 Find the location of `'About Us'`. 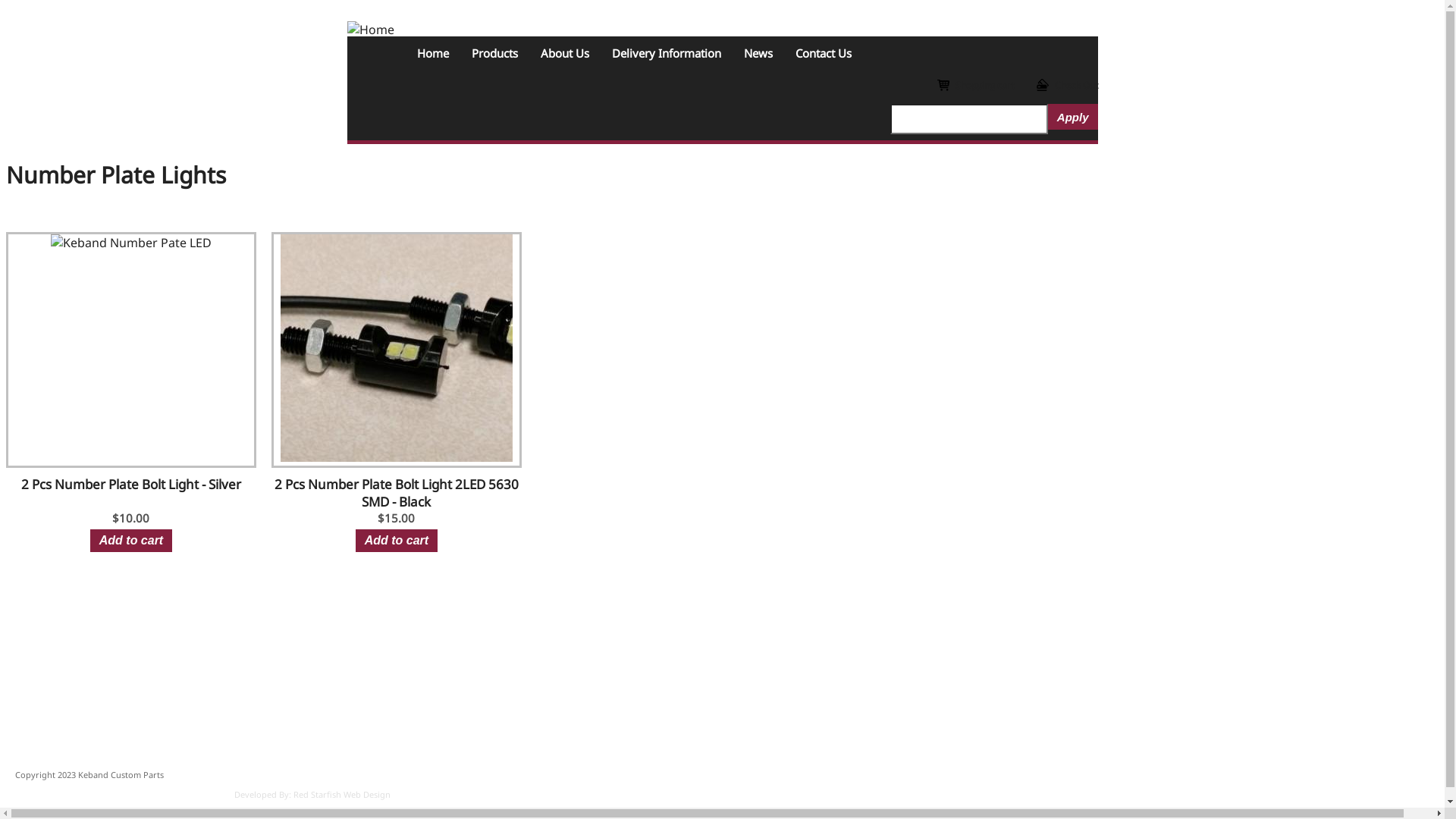

'About Us' is located at coordinates (529, 52).